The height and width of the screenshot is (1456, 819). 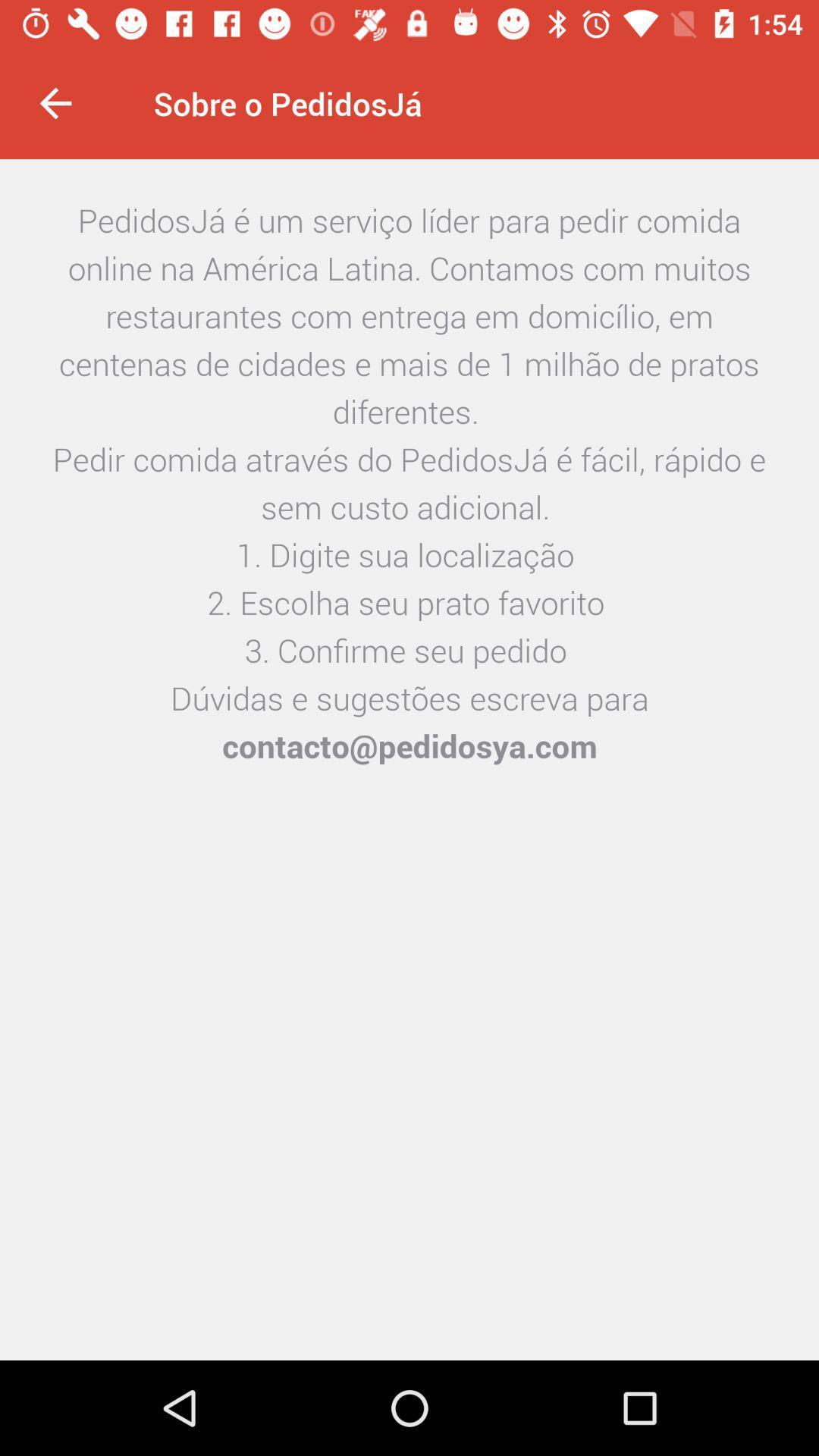 What do you see at coordinates (55, 102) in the screenshot?
I see `the icon at the top left corner` at bounding box center [55, 102].